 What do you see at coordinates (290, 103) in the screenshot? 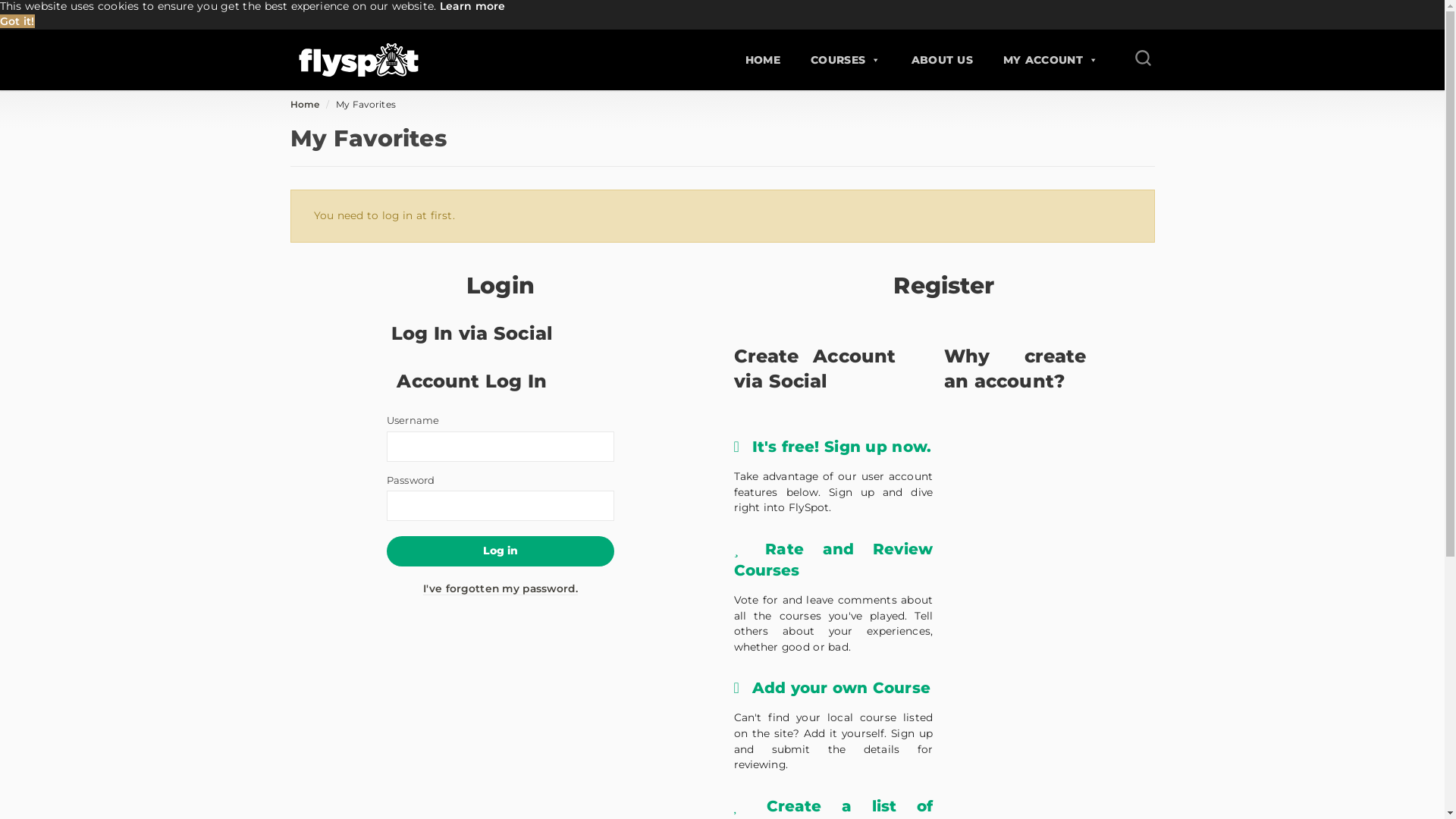
I see `'Home'` at bounding box center [290, 103].